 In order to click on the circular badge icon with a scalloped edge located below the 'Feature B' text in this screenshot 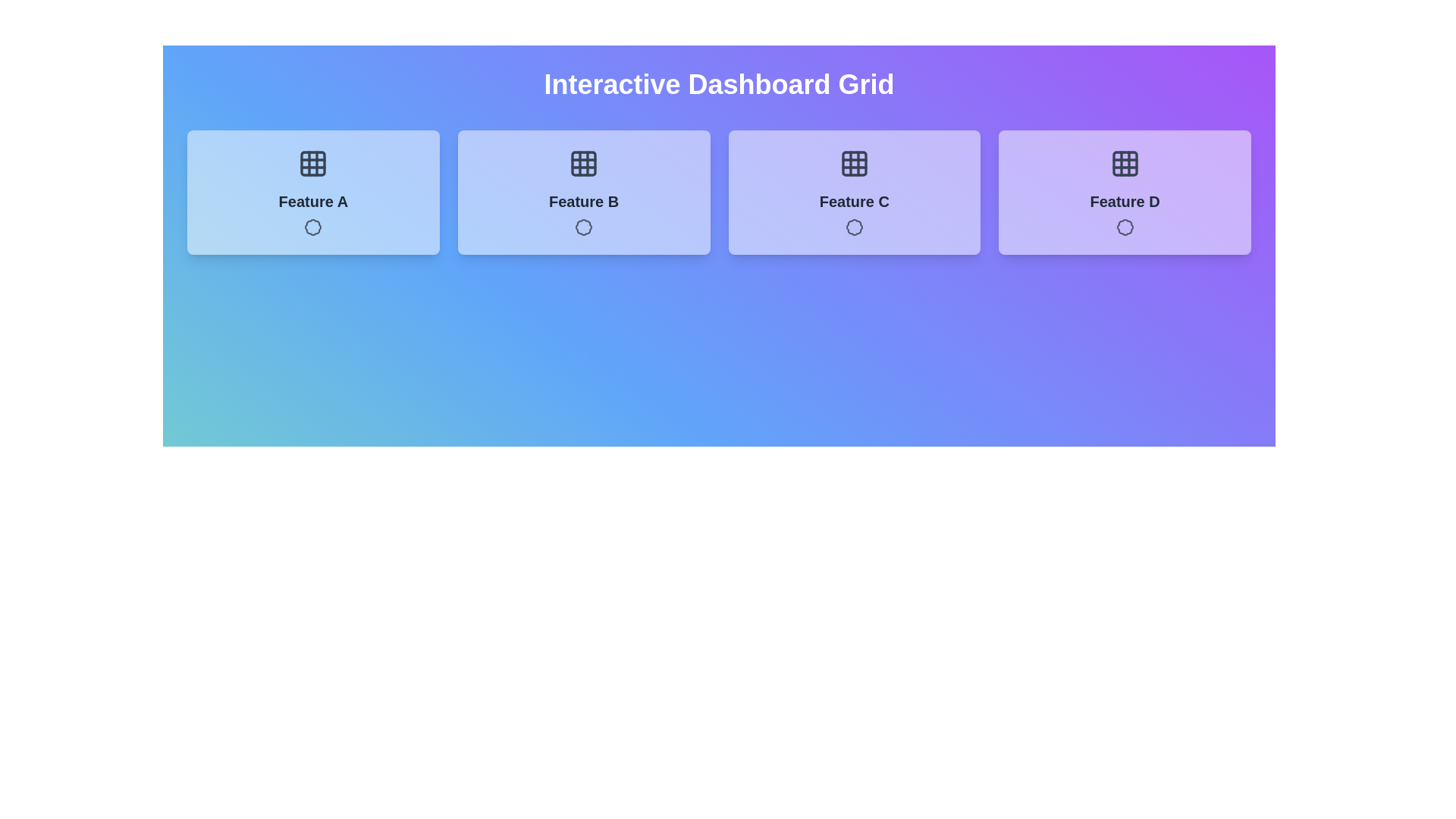, I will do `click(583, 227)`.